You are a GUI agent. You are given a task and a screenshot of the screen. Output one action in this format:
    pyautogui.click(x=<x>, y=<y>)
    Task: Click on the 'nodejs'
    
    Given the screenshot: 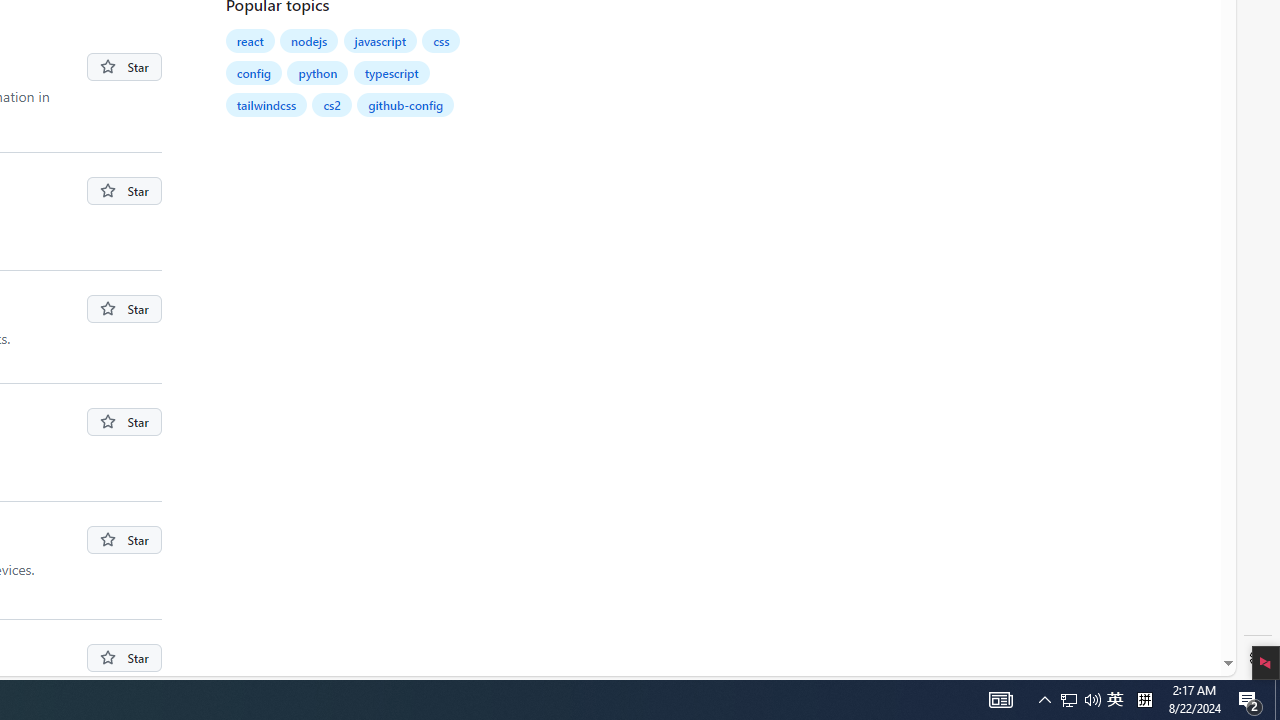 What is the action you would take?
    pyautogui.click(x=309, y=41)
    